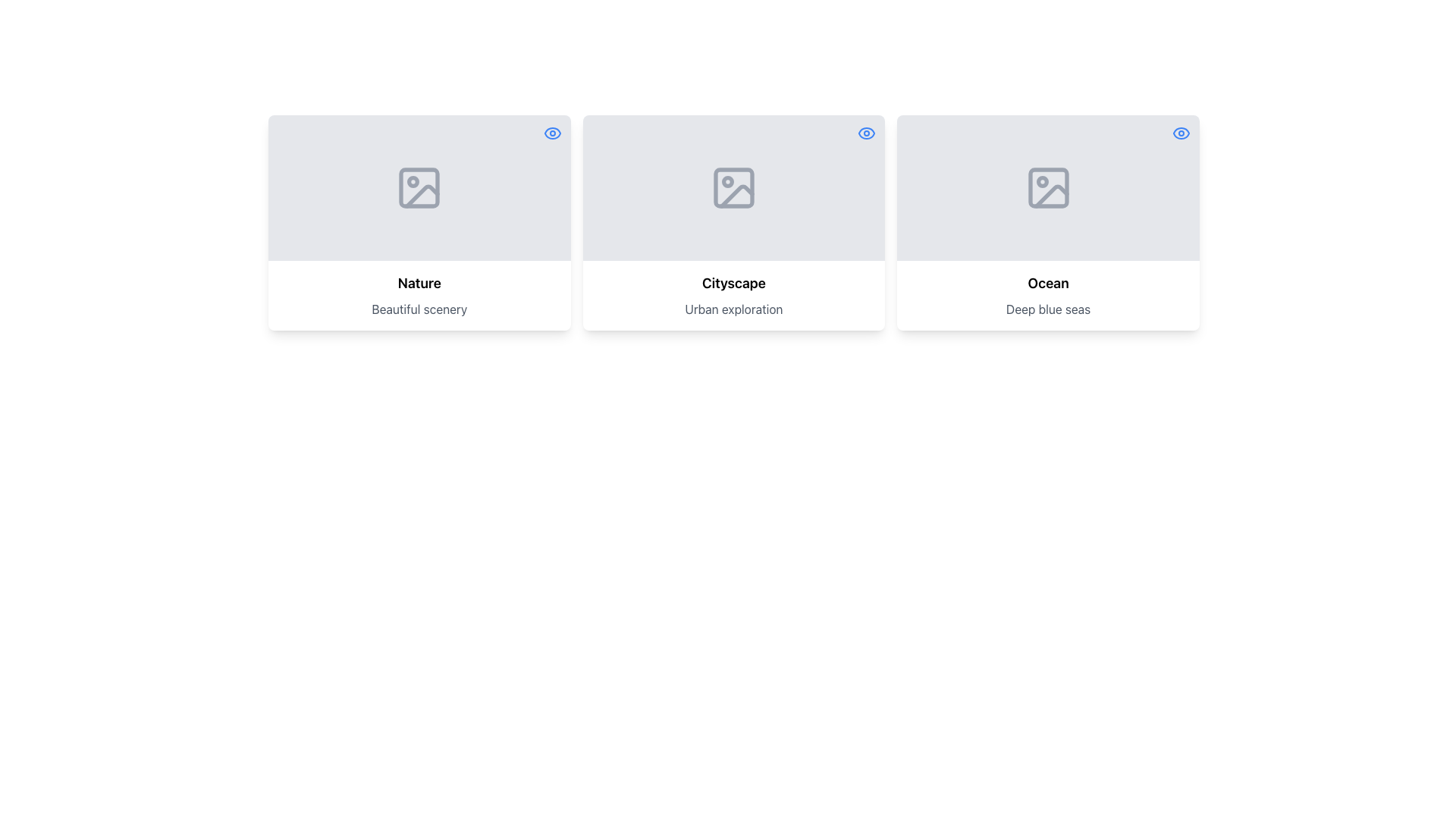  Describe the element at coordinates (734, 309) in the screenshot. I see `the text element displaying 'Urban exploration' in light gray, located below the 'Cityscape' title within a card layout` at that location.